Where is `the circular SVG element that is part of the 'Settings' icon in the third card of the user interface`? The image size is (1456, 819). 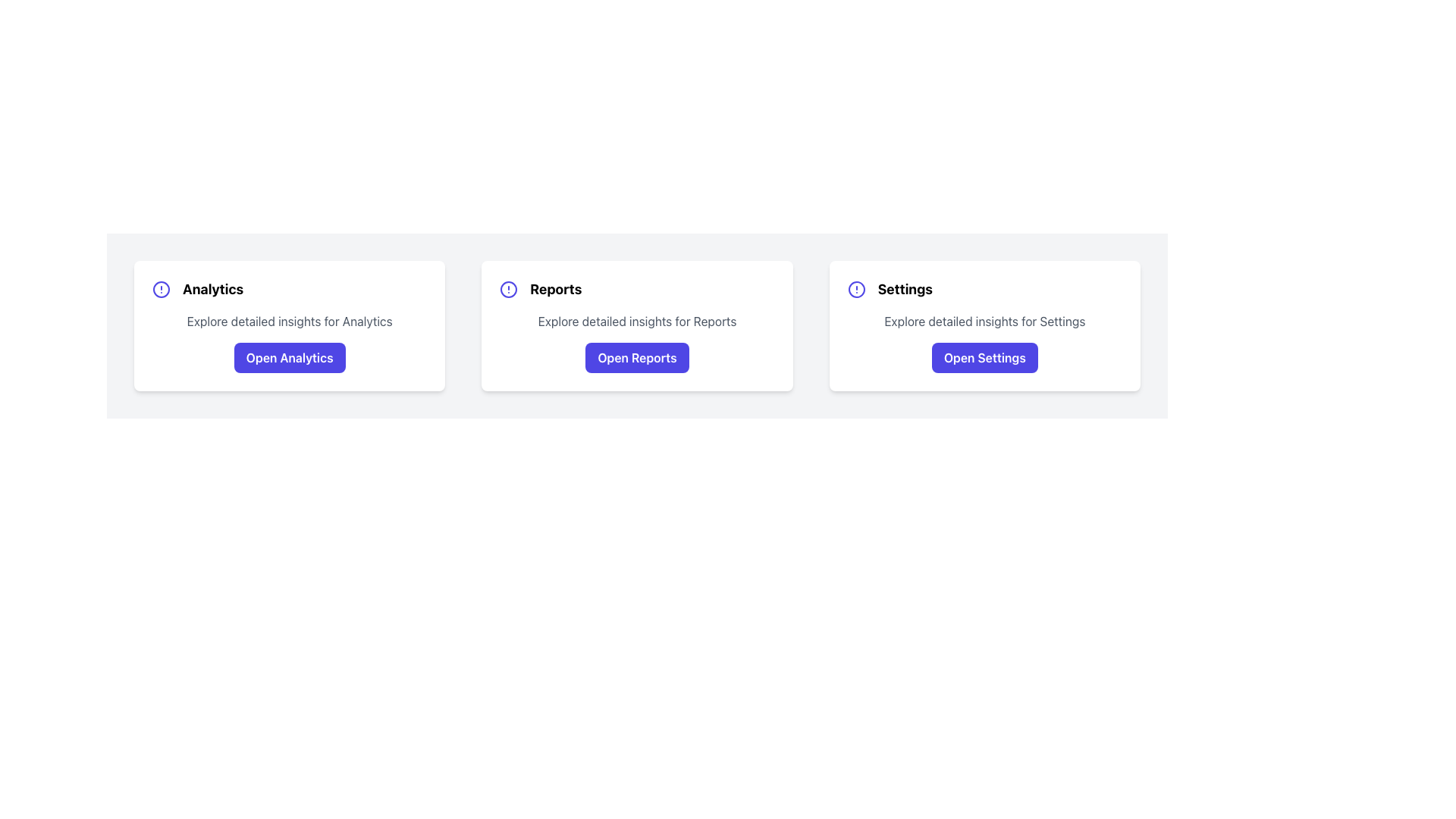 the circular SVG element that is part of the 'Settings' icon in the third card of the user interface is located at coordinates (856, 289).